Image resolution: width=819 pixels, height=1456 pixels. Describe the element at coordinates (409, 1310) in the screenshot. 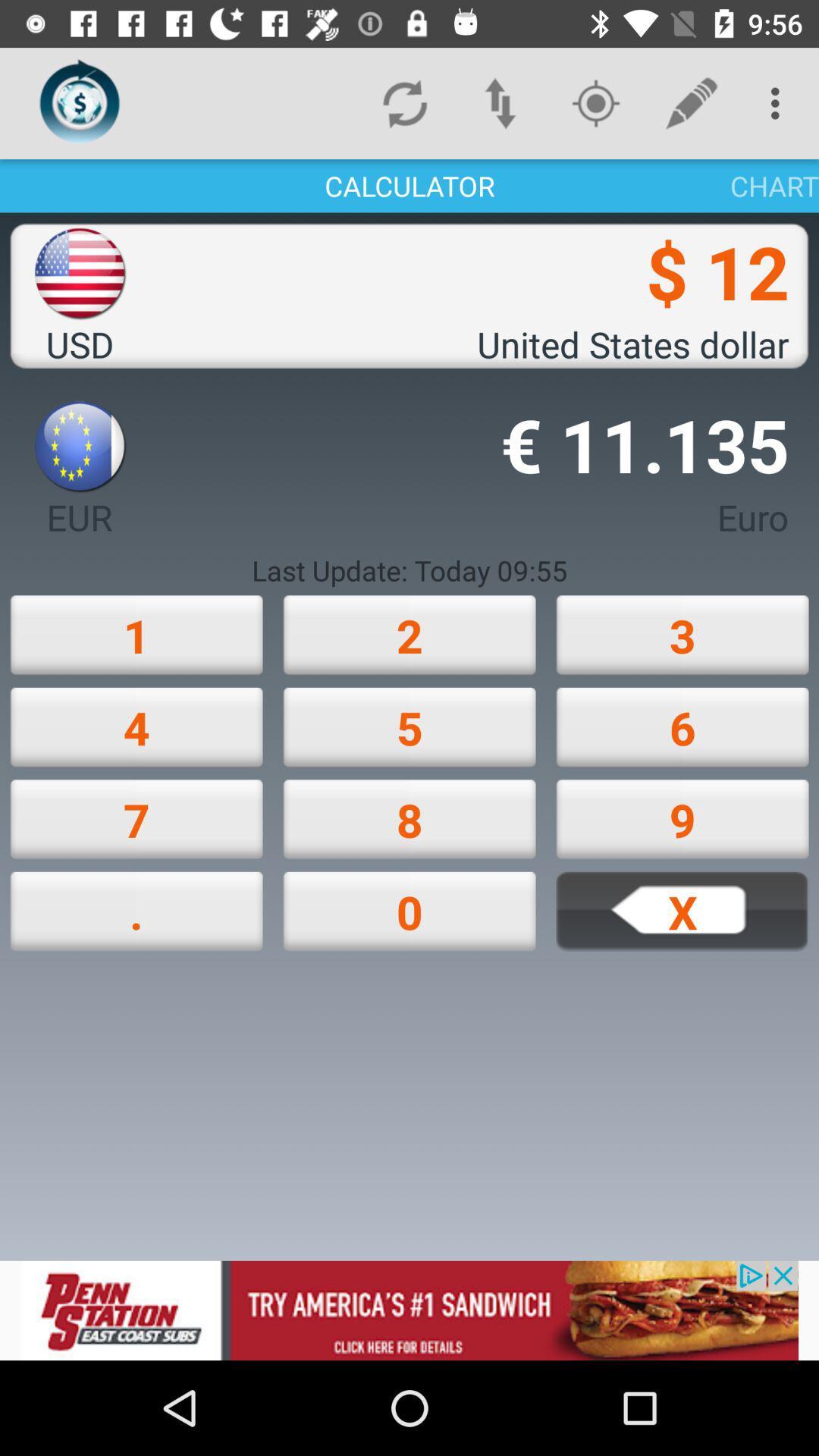

I see `its an advertisement` at that location.